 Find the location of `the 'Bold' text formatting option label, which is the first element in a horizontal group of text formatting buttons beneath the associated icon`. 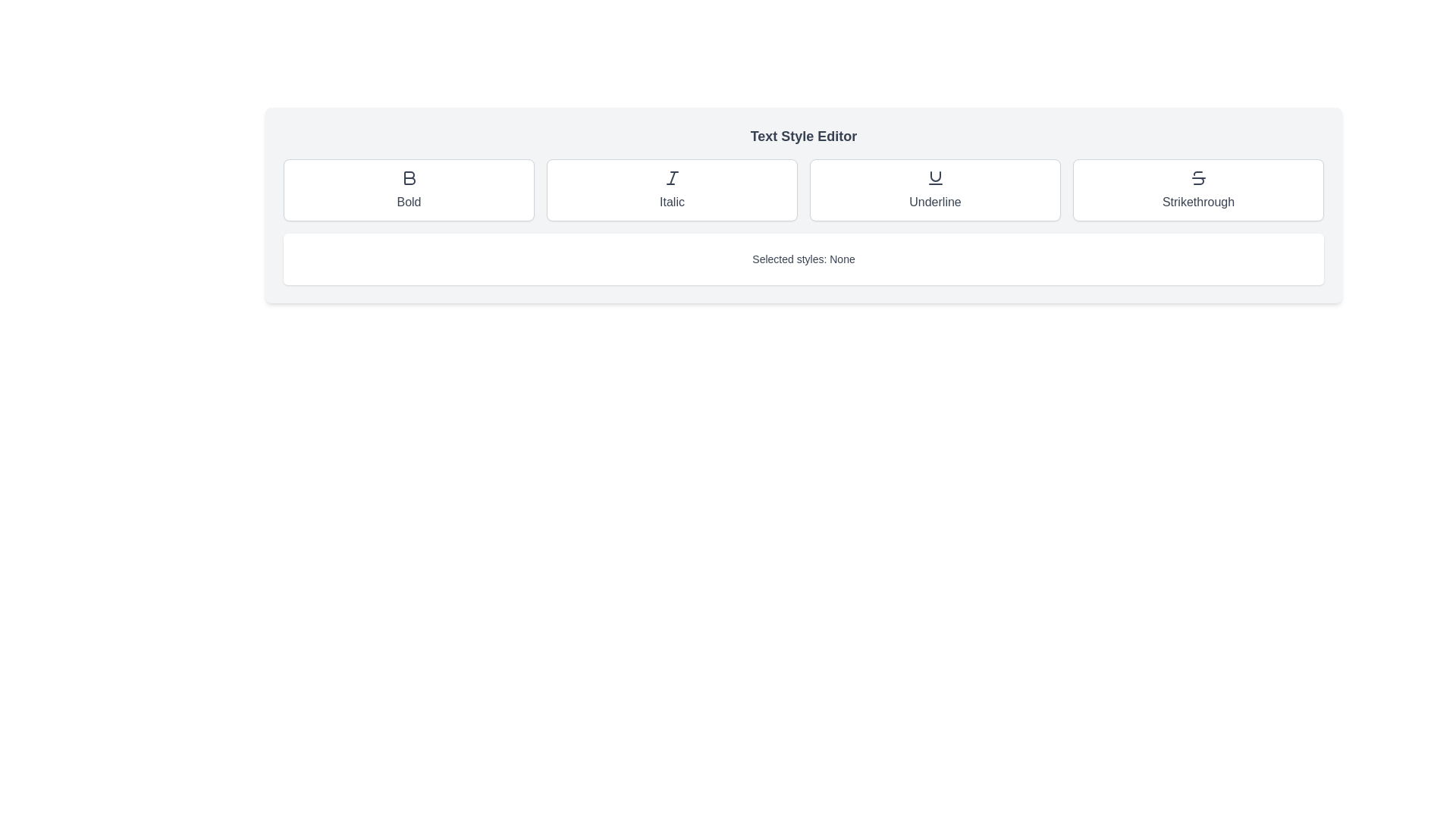

the 'Bold' text formatting option label, which is the first element in a horizontal group of text formatting buttons beneath the associated icon is located at coordinates (409, 201).